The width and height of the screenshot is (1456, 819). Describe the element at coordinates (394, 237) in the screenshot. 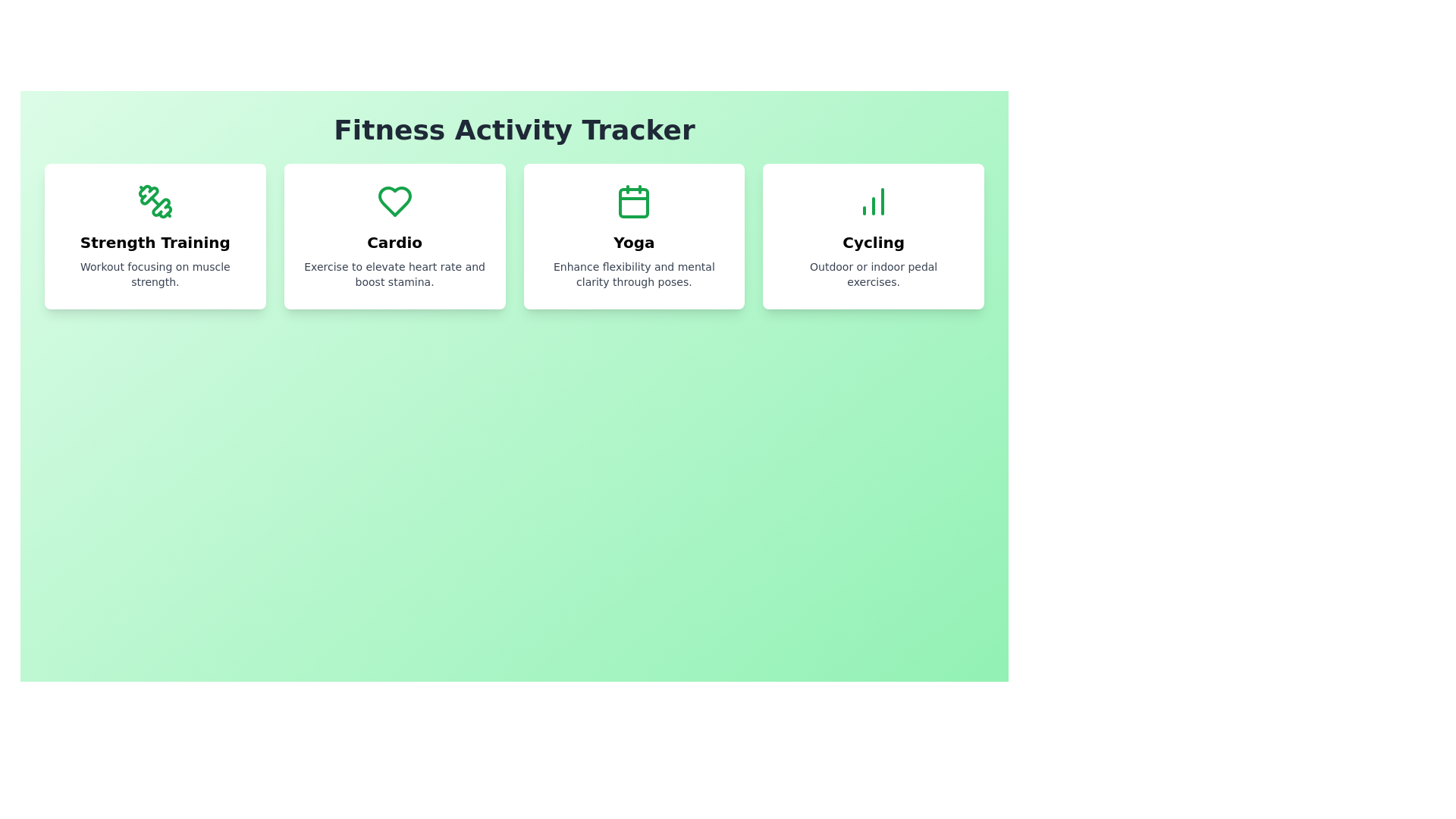

I see `the 'Cardio' card` at that location.